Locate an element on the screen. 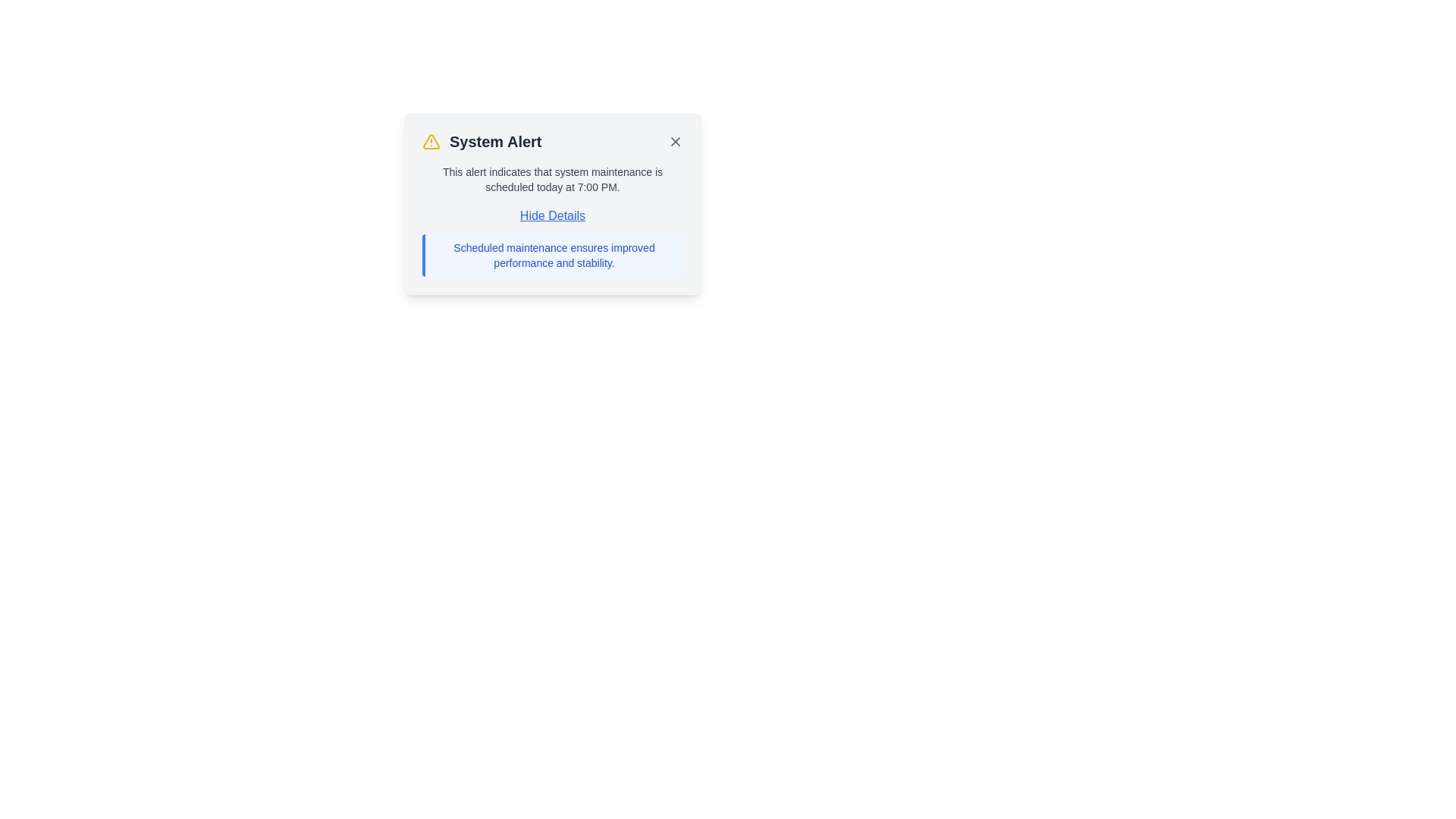 The height and width of the screenshot is (819, 1456). the static text displaying 'Scheduled maintenance ensures improved performance and stability.' located at the bottom center of the blue-bordered notification box labeled 'System Alert.' is located at coordinates (553, 254).